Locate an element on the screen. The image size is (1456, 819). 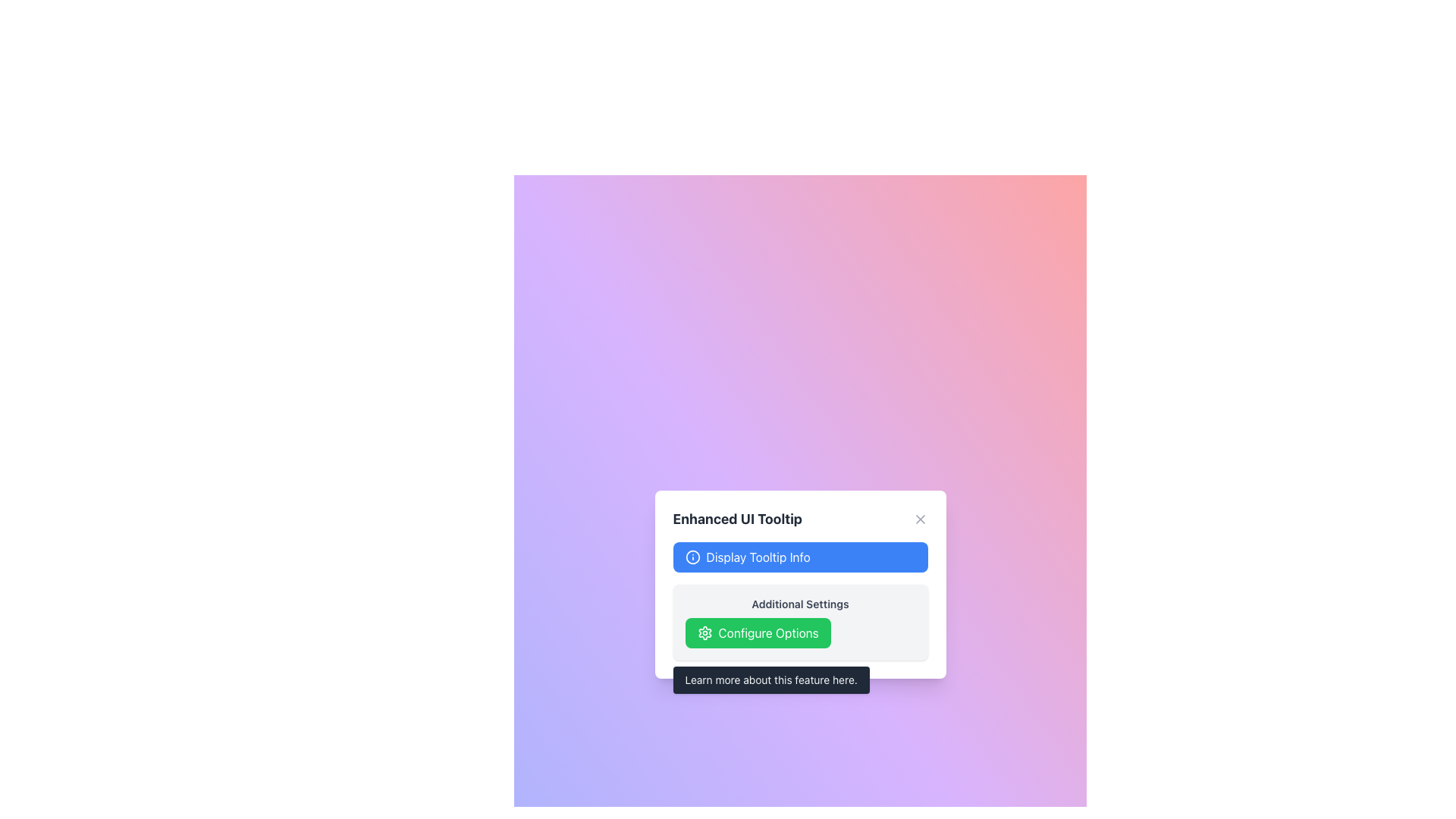
the gear-shaped icon with a circular center, which is the first visual component of the button labeled 'Configure Options' located beneath the 'Additional Settings' section in the popup window is located at coordinates (704, 632).